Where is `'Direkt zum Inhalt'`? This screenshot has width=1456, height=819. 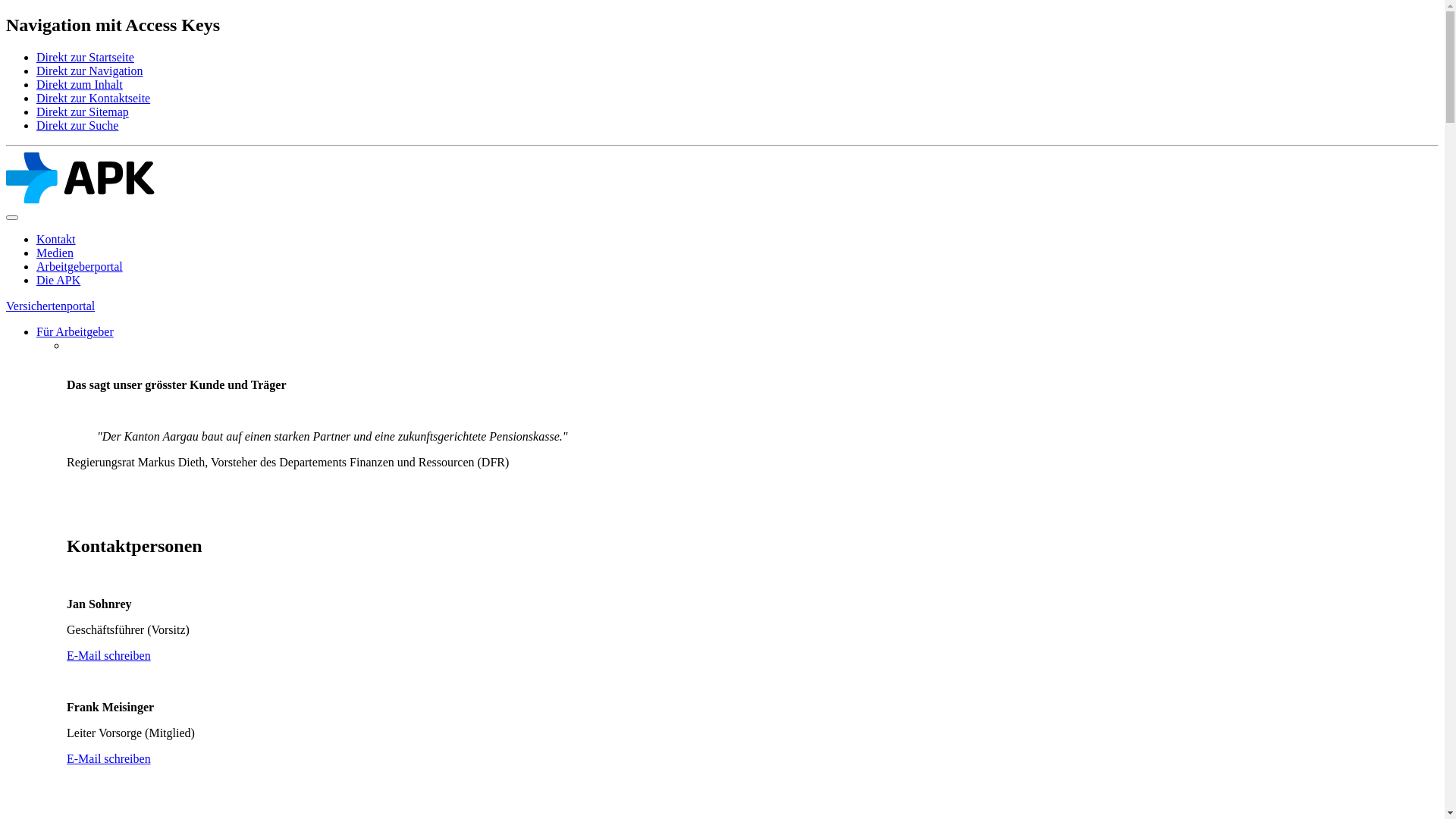 'Direkt zum Inhalt' is located at coordinates (79, 84).